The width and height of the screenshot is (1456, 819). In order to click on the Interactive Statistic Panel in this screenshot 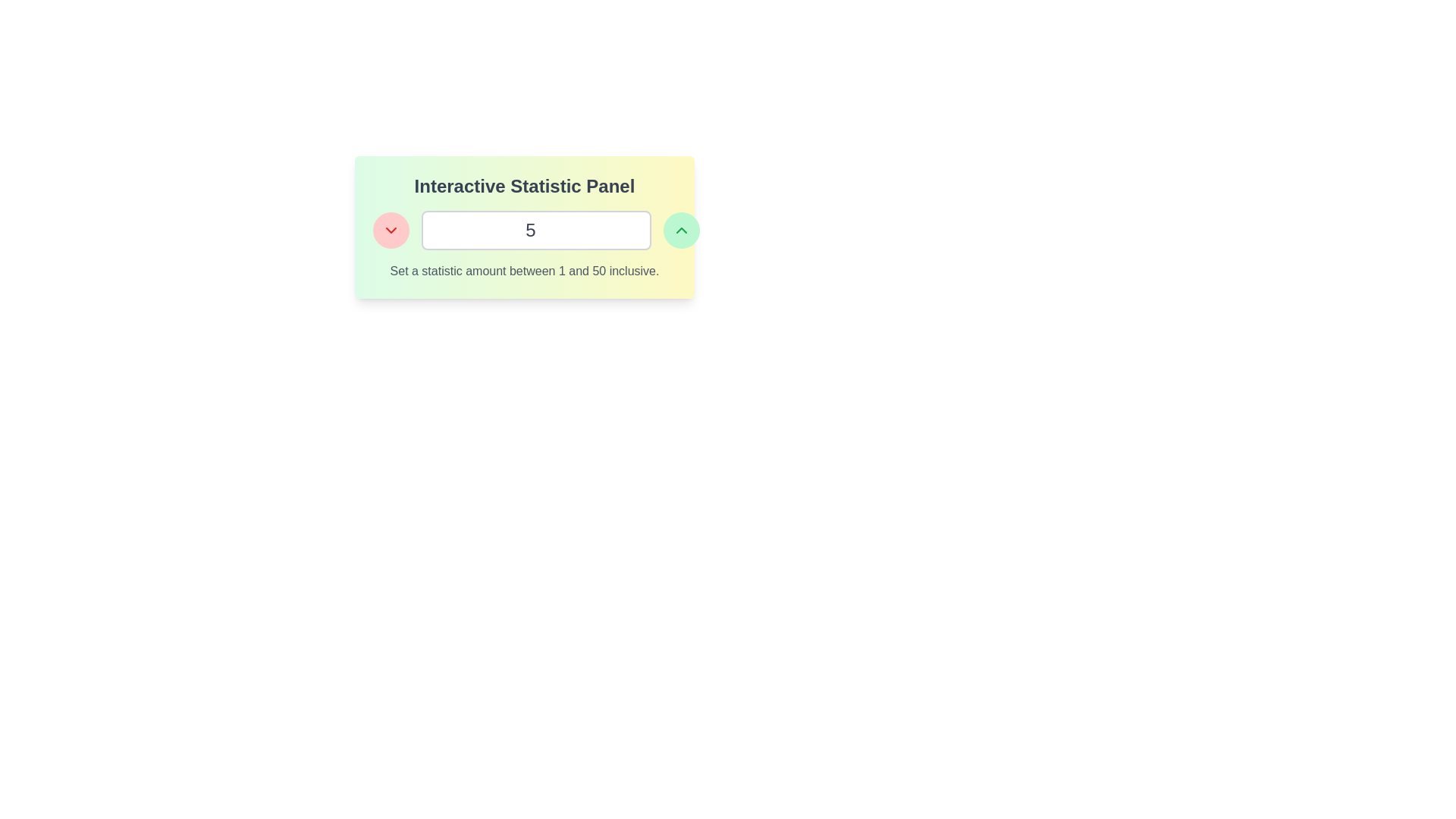, I will do `click(524, 227)`.